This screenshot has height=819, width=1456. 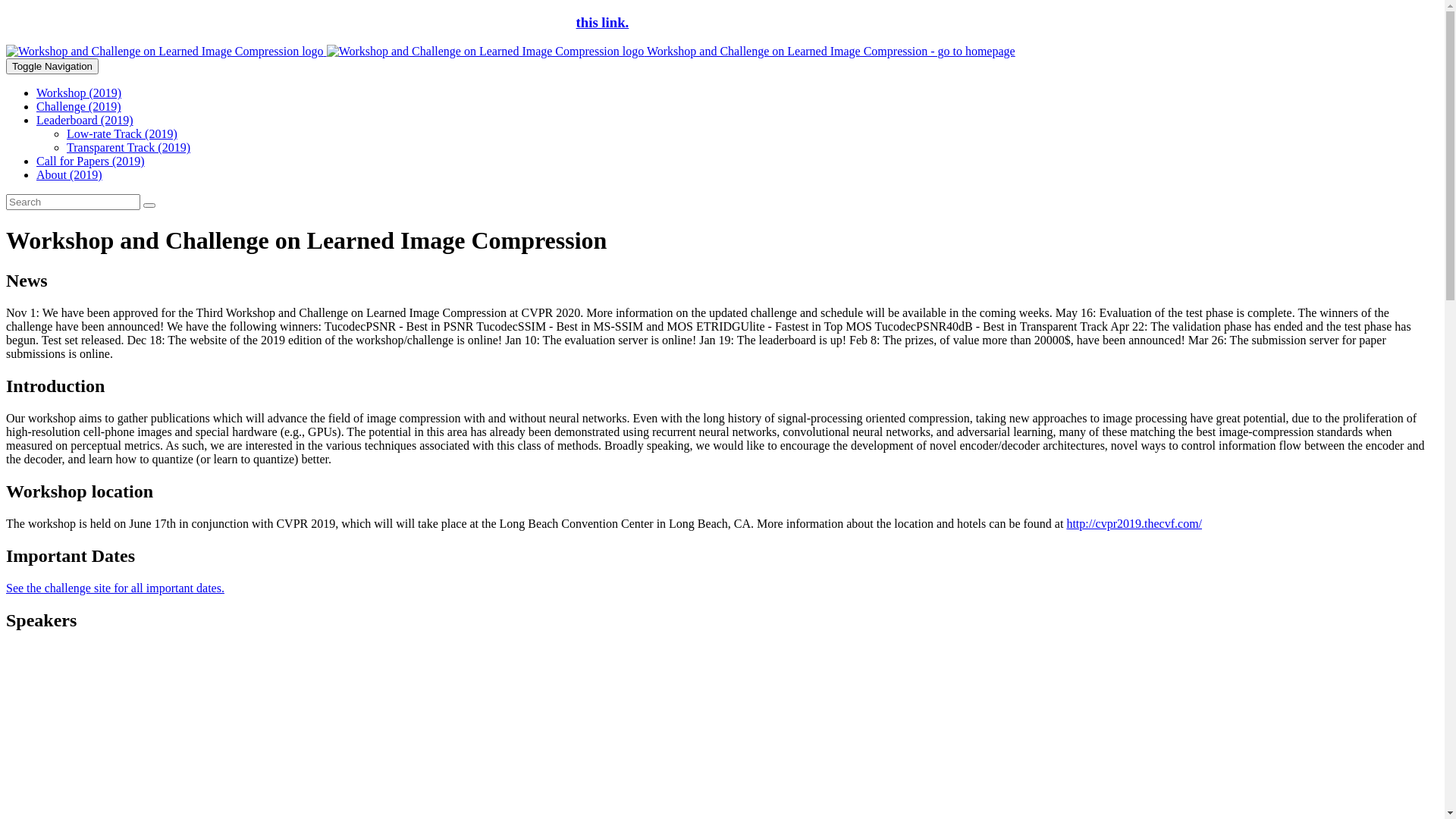 What do you see at coordinates (115, 587) in the screenshot?
I see `'See the challenge site for all important dates.'` at bounding box center [115, 587].